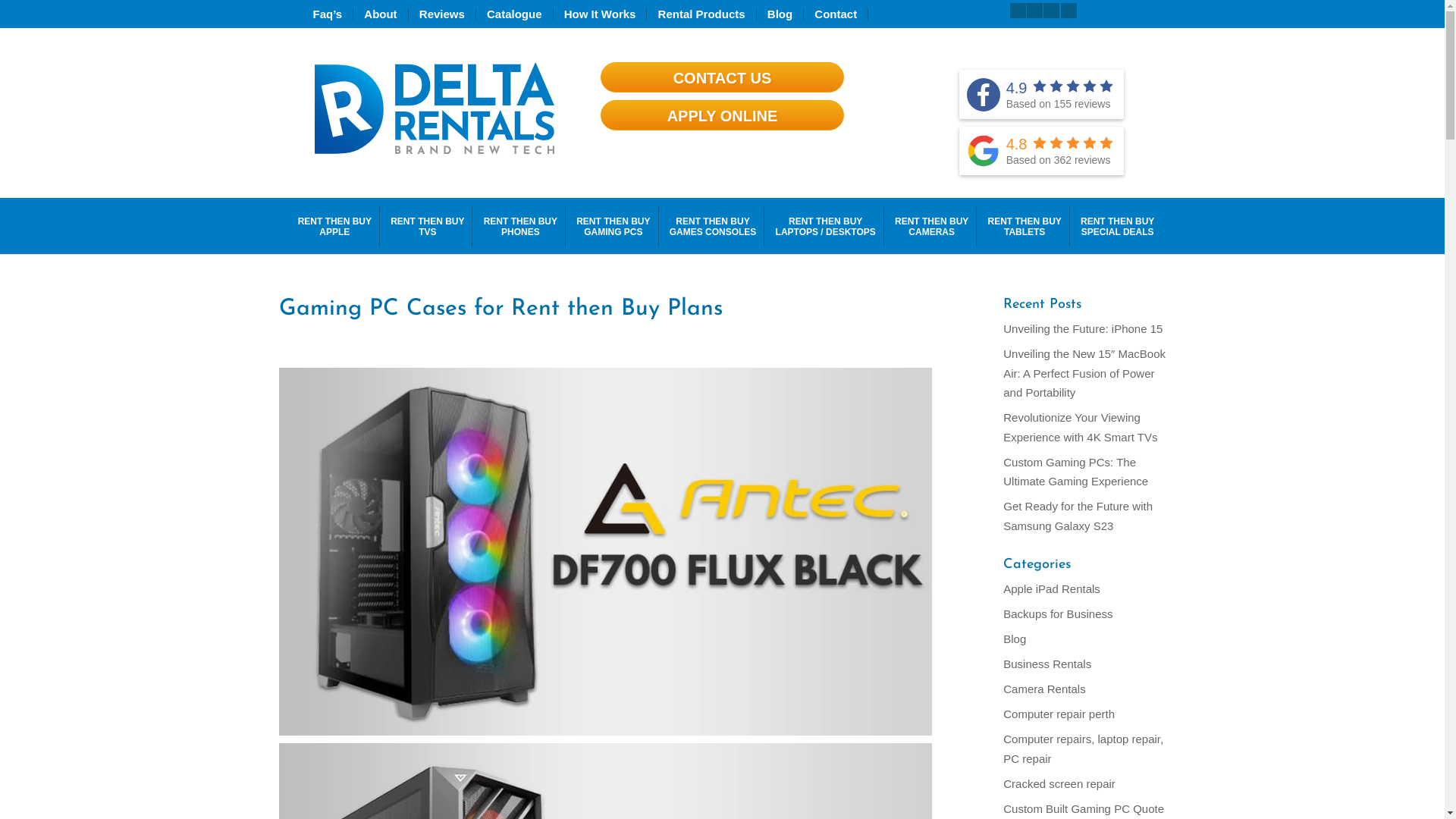 This screenshot has width=1456, height=819. Describe the element at coordinates (520, 14) in the screenshot. I see `'Catalogue'` at that location.